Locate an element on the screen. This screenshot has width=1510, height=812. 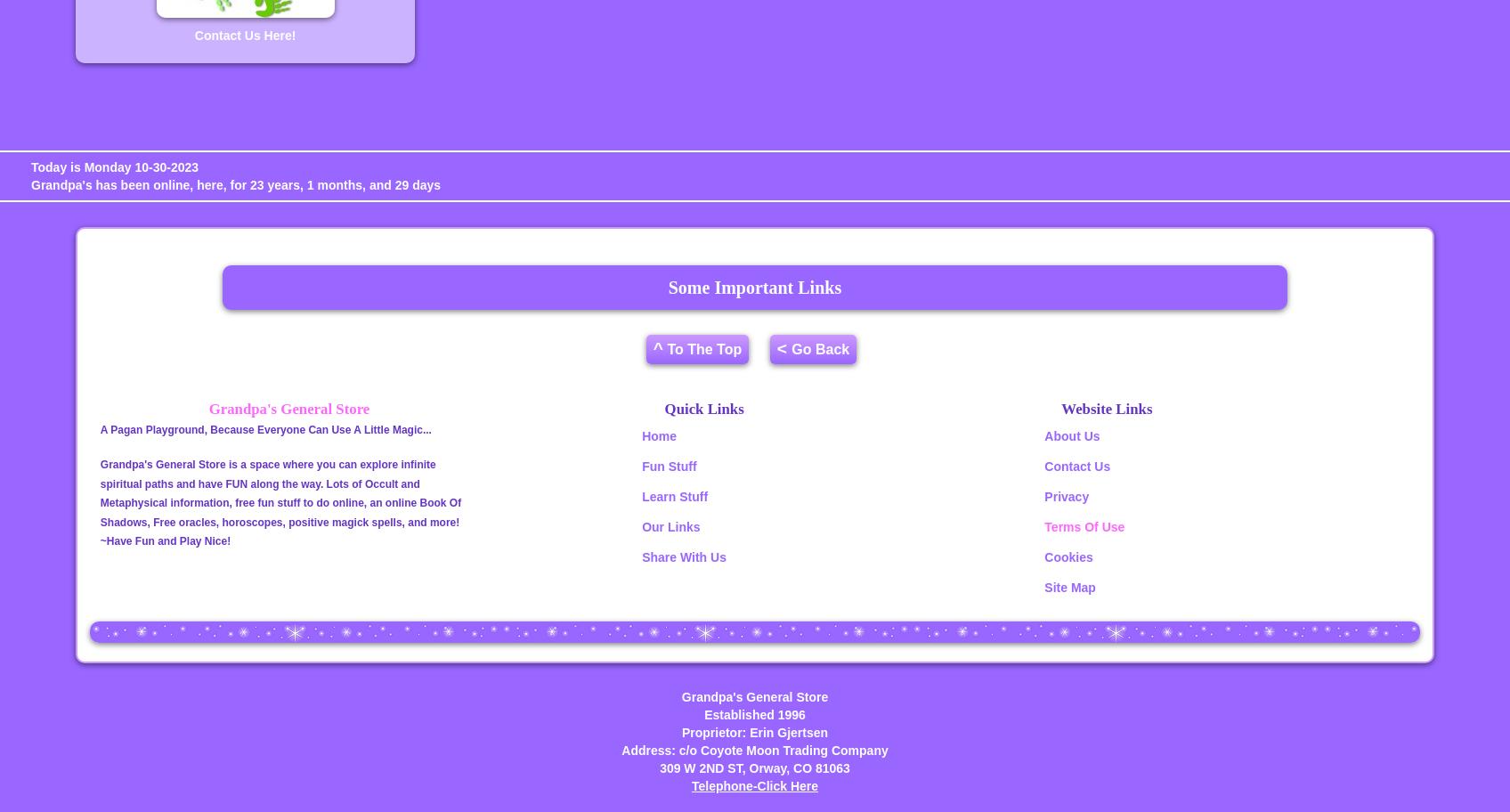
'Privacy' is located at coordinates (1067, 495).